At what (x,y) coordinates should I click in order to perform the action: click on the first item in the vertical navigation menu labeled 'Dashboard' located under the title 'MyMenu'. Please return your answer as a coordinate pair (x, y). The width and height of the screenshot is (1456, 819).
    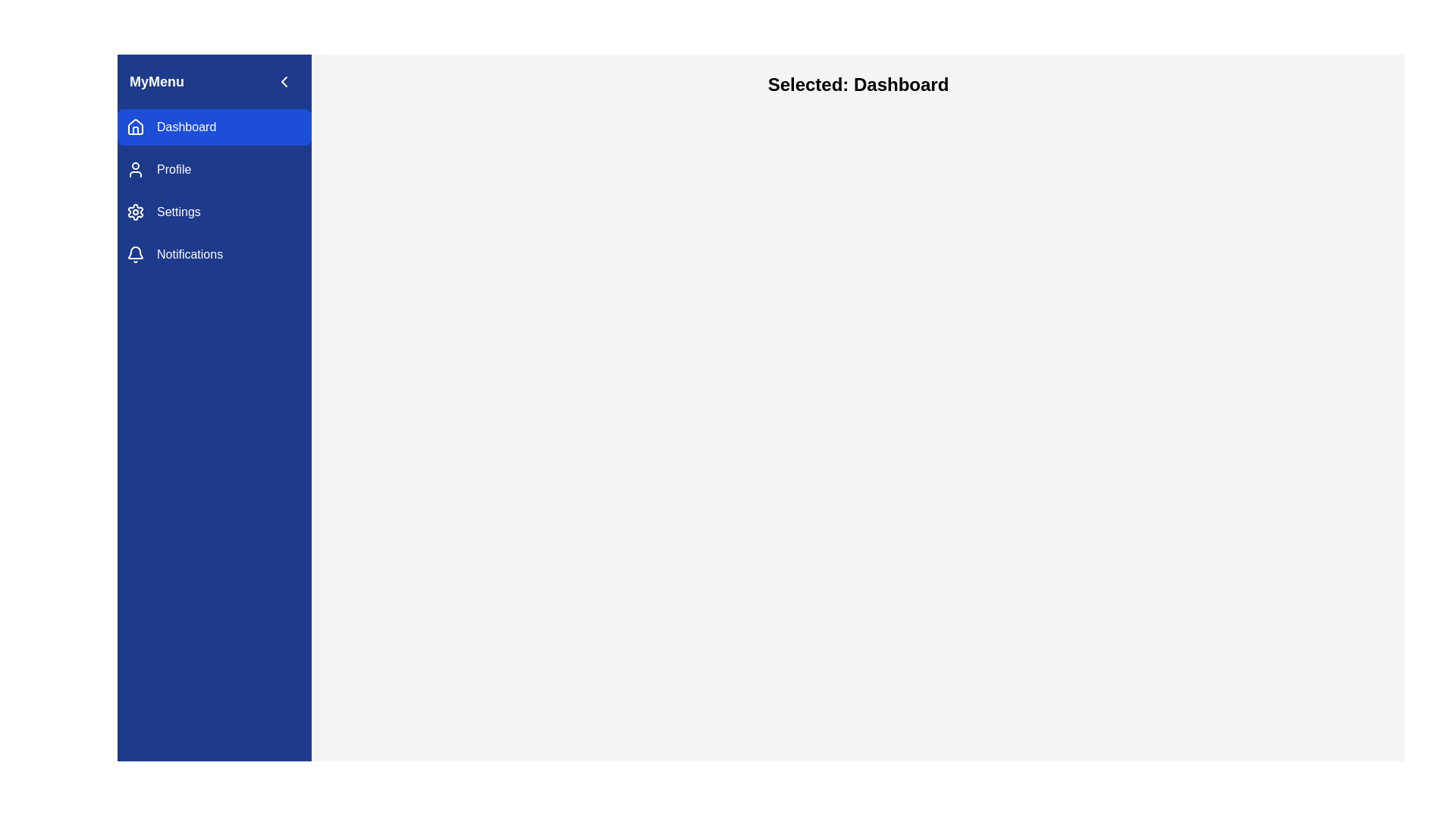
    Looking at the image, I should click on (214, 127).